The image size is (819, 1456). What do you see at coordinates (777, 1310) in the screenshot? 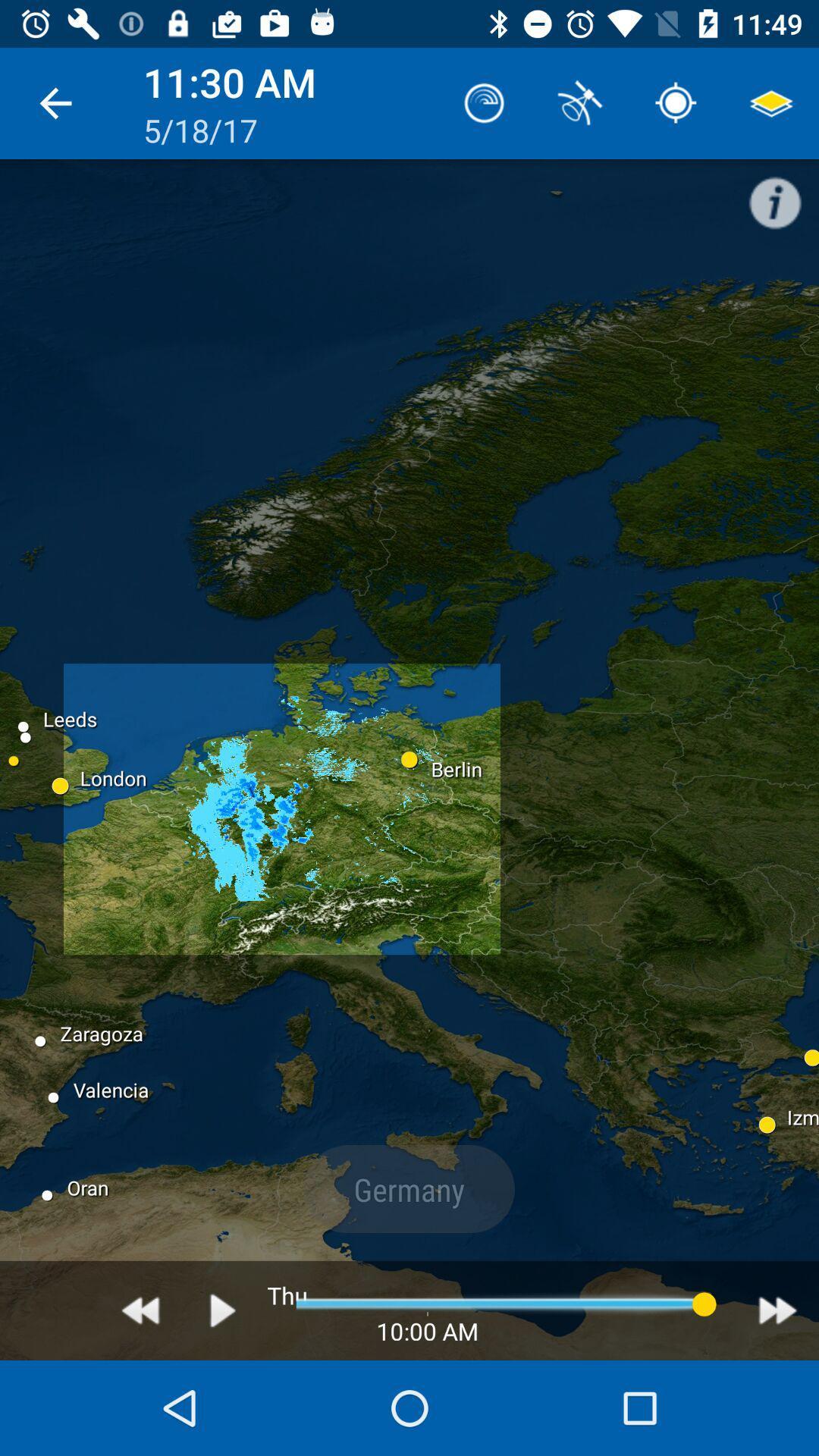
I see `the av_forward icon` at bounding box center [777, 1310].